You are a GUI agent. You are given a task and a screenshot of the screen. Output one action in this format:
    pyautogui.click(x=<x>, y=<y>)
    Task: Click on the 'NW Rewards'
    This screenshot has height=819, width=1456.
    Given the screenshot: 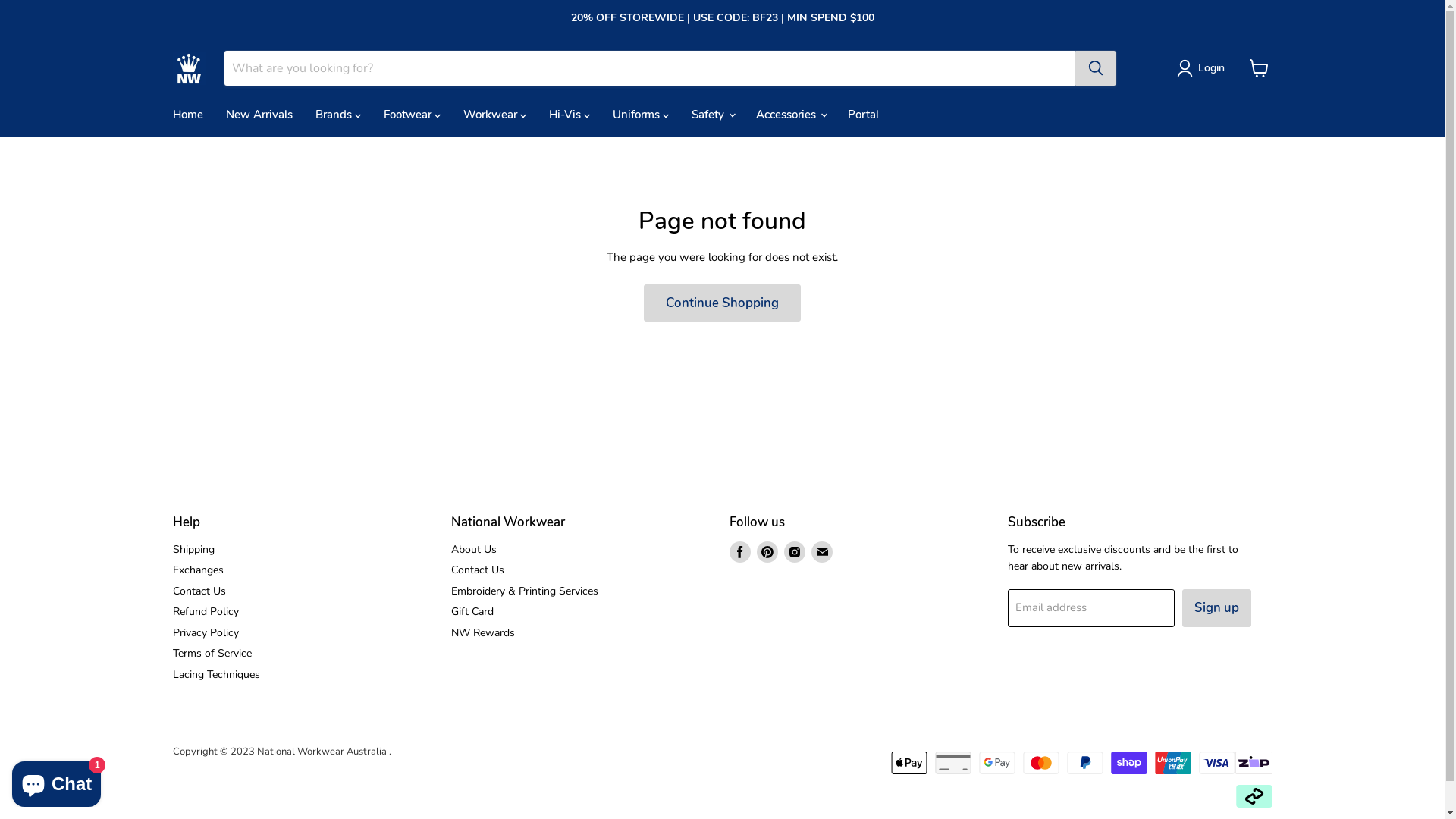 What is the action you would take?
    pyautogui.click(x=450, y=632)
    